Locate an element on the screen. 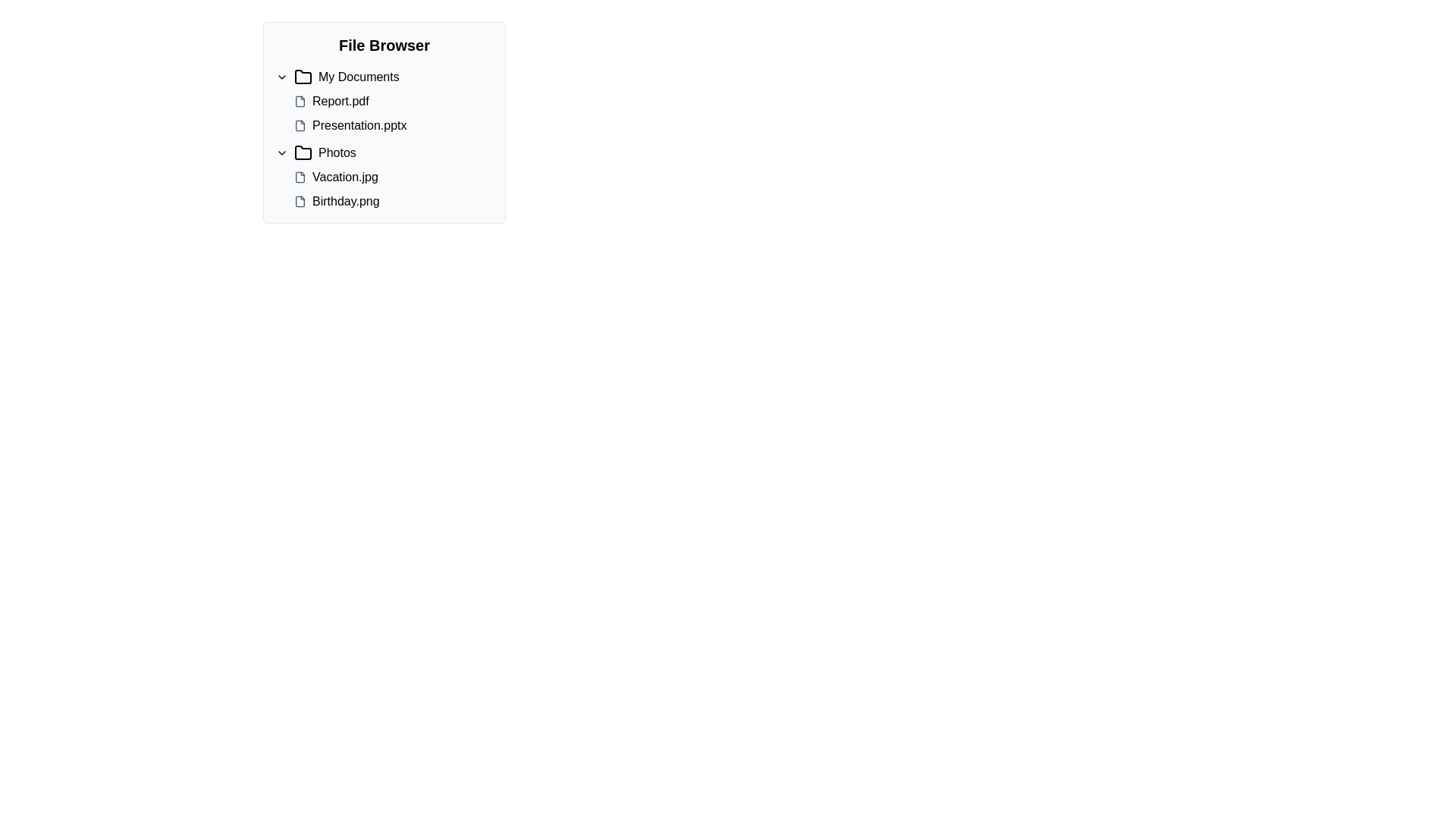 The image size is (1456, 819). the static text heading that serves as the title for the file browser interface, providing context about the content displayed below is located at coordinates (384, 45).